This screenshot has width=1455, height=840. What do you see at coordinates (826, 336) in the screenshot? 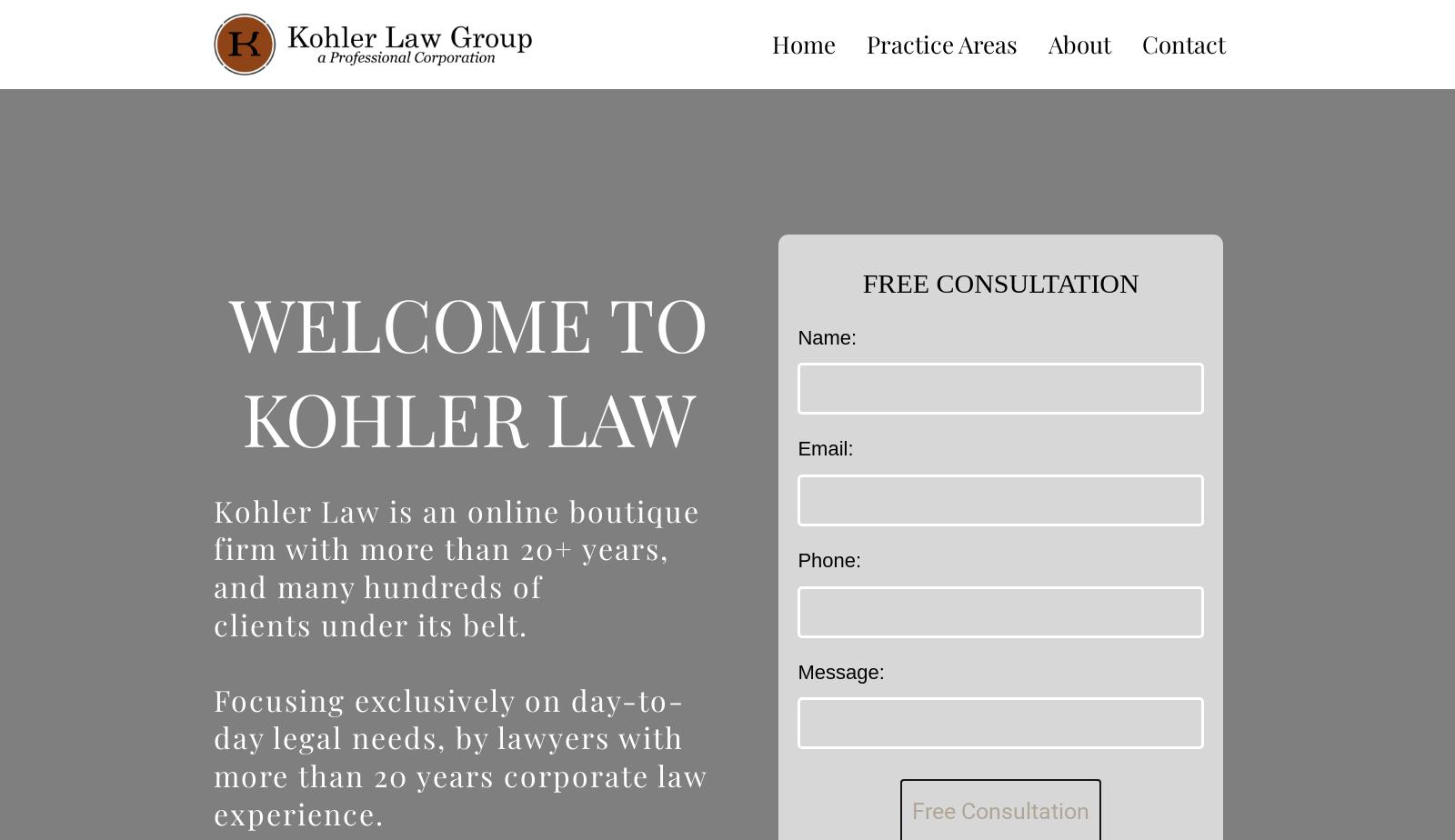
I see `'Name:'` at bounding box center [826, 336].